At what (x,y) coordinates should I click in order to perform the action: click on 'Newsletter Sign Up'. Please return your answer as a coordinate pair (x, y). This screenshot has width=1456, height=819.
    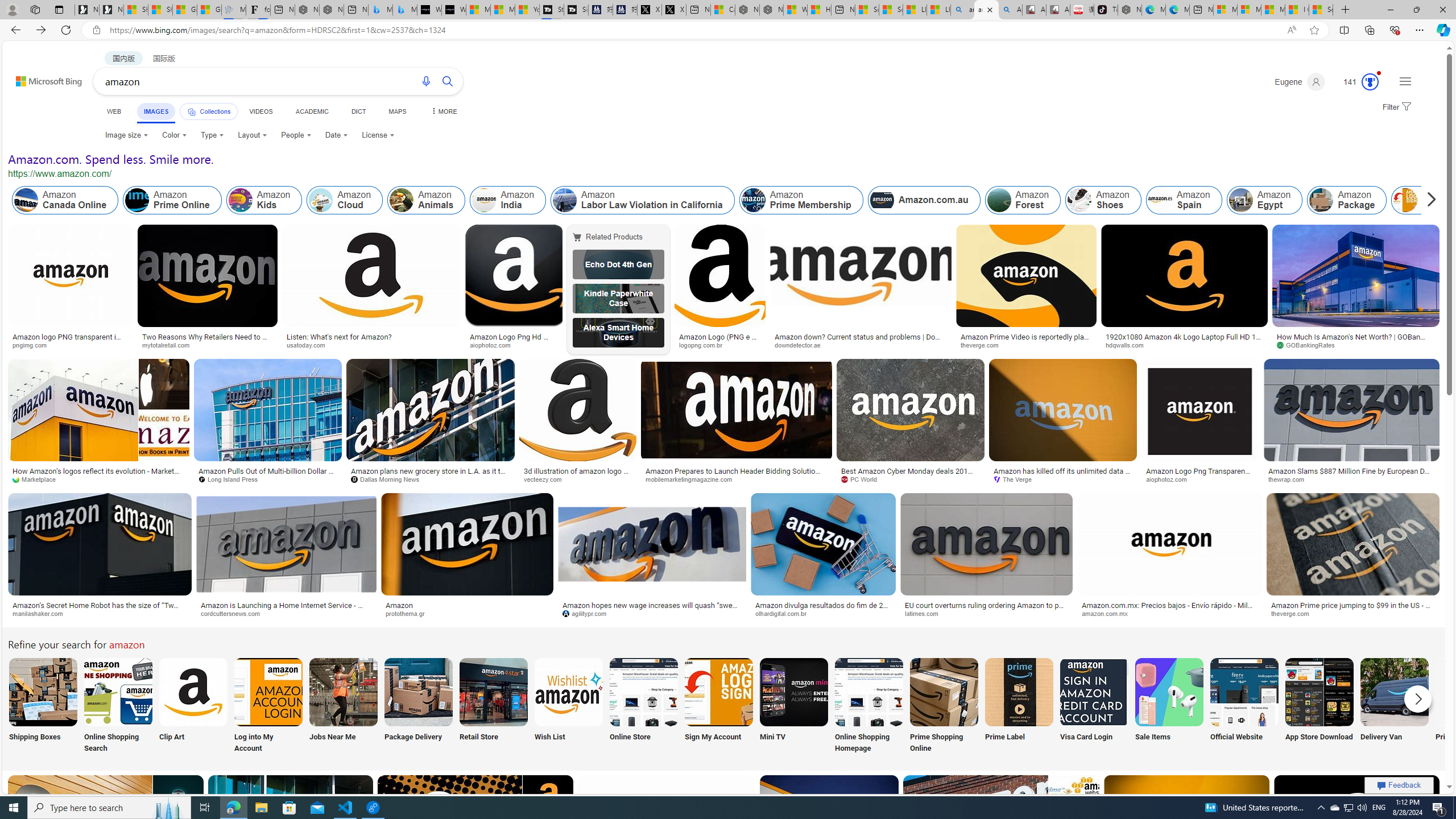
    Looking at the image, I should click on (111, 9).